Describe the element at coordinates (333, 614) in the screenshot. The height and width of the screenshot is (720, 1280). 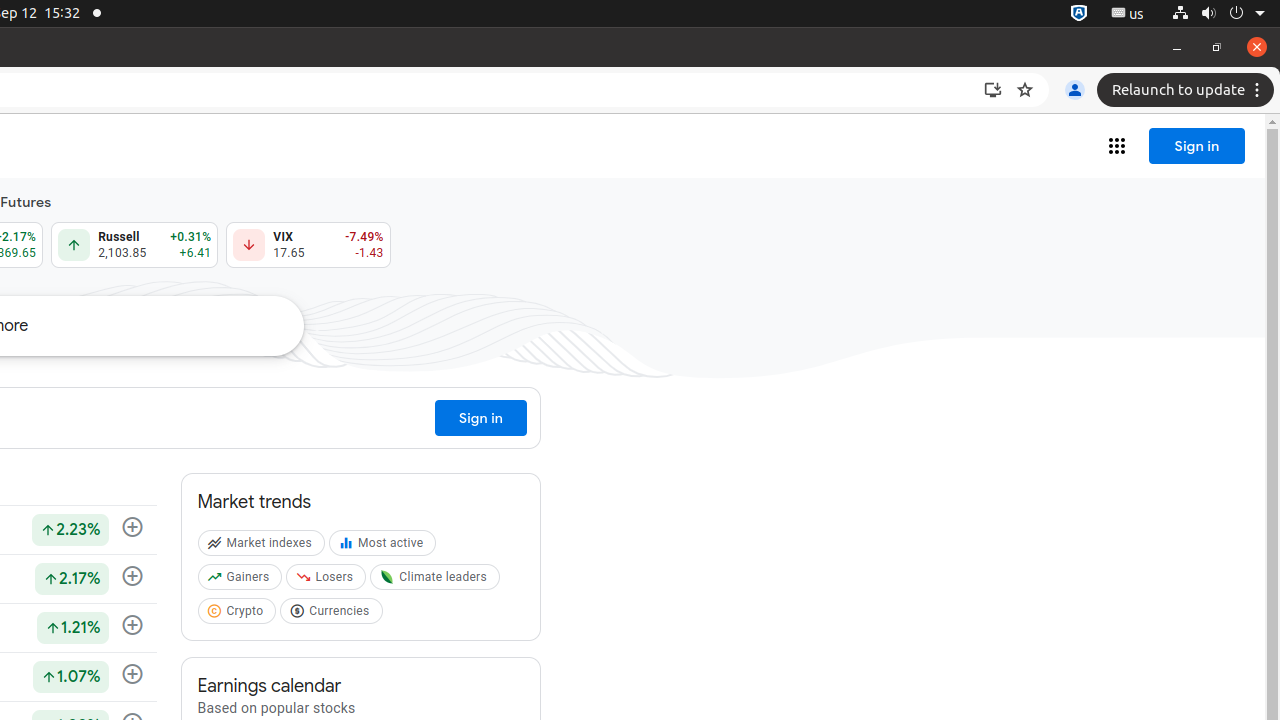
I see `'Currencies'` at that location.